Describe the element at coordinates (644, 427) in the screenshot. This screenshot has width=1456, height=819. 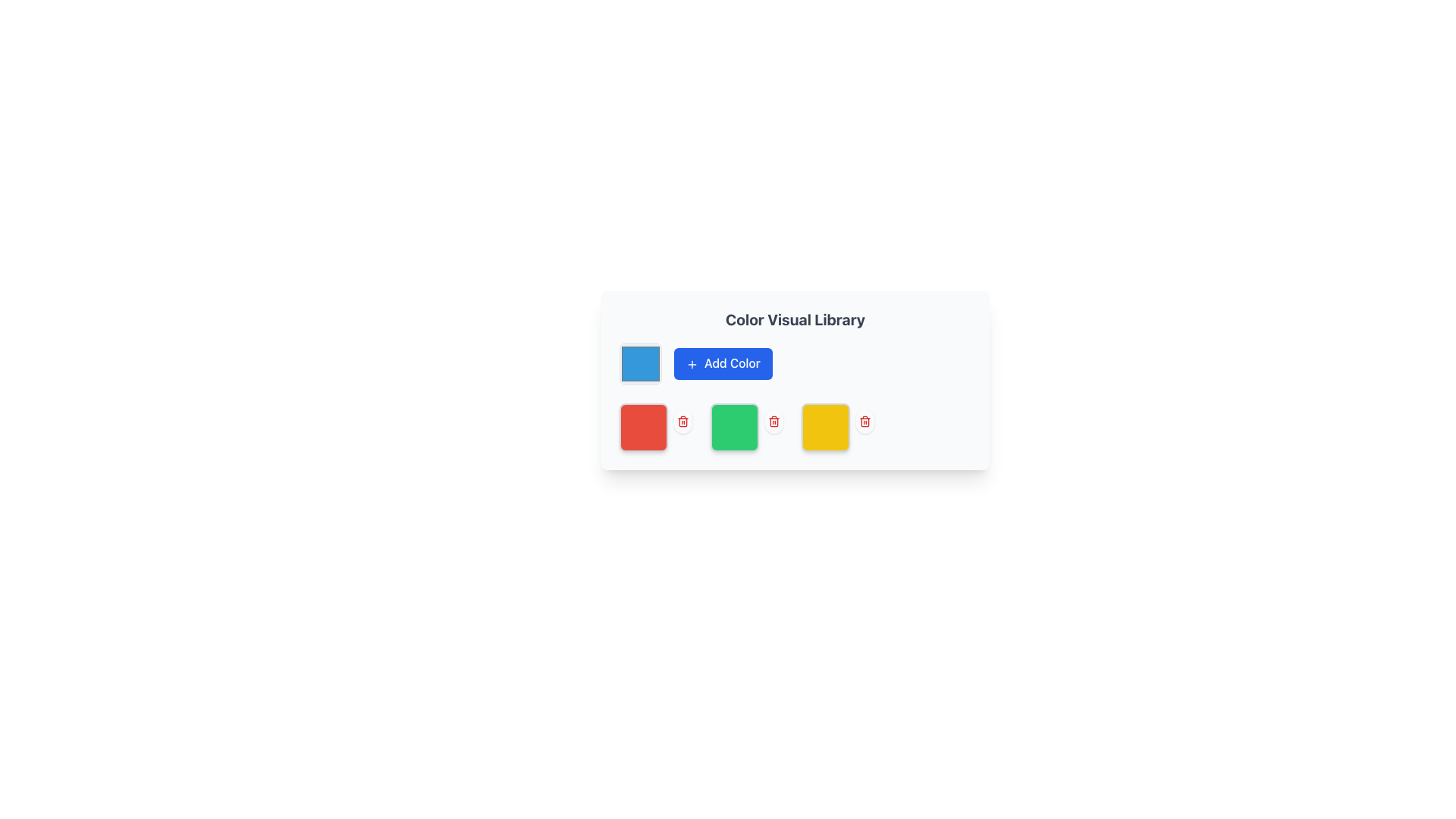
I see `the vibrant red Color Swatch with rounded corners and a gray border` at that location.